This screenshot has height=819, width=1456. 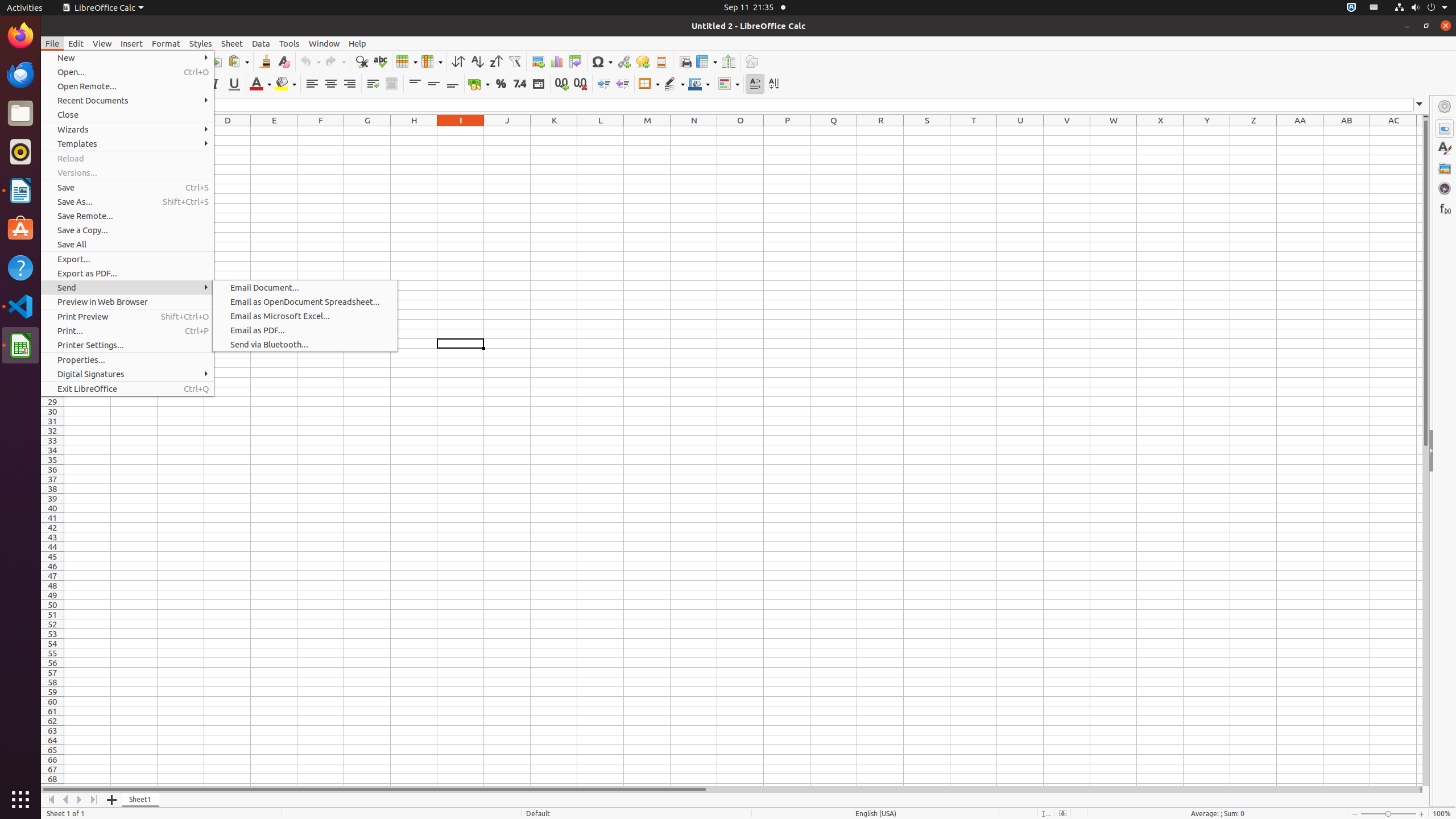 What do you see at coordinates (519, 83) in the screenshot?
I see `'Number'` at bounding box center [519, 83].